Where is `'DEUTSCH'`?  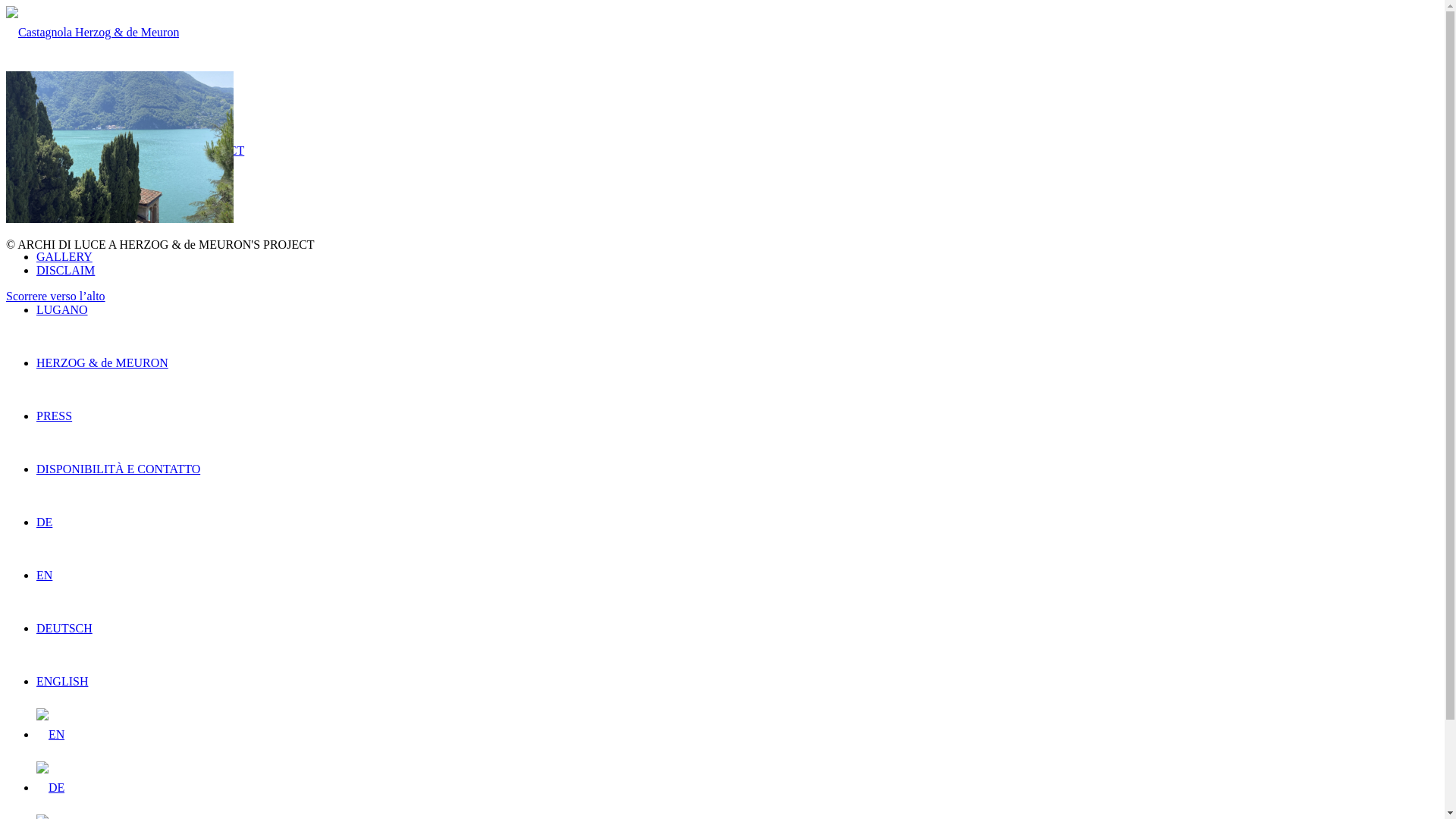 'DEUTSCH' is located at coordinates (36, 628).